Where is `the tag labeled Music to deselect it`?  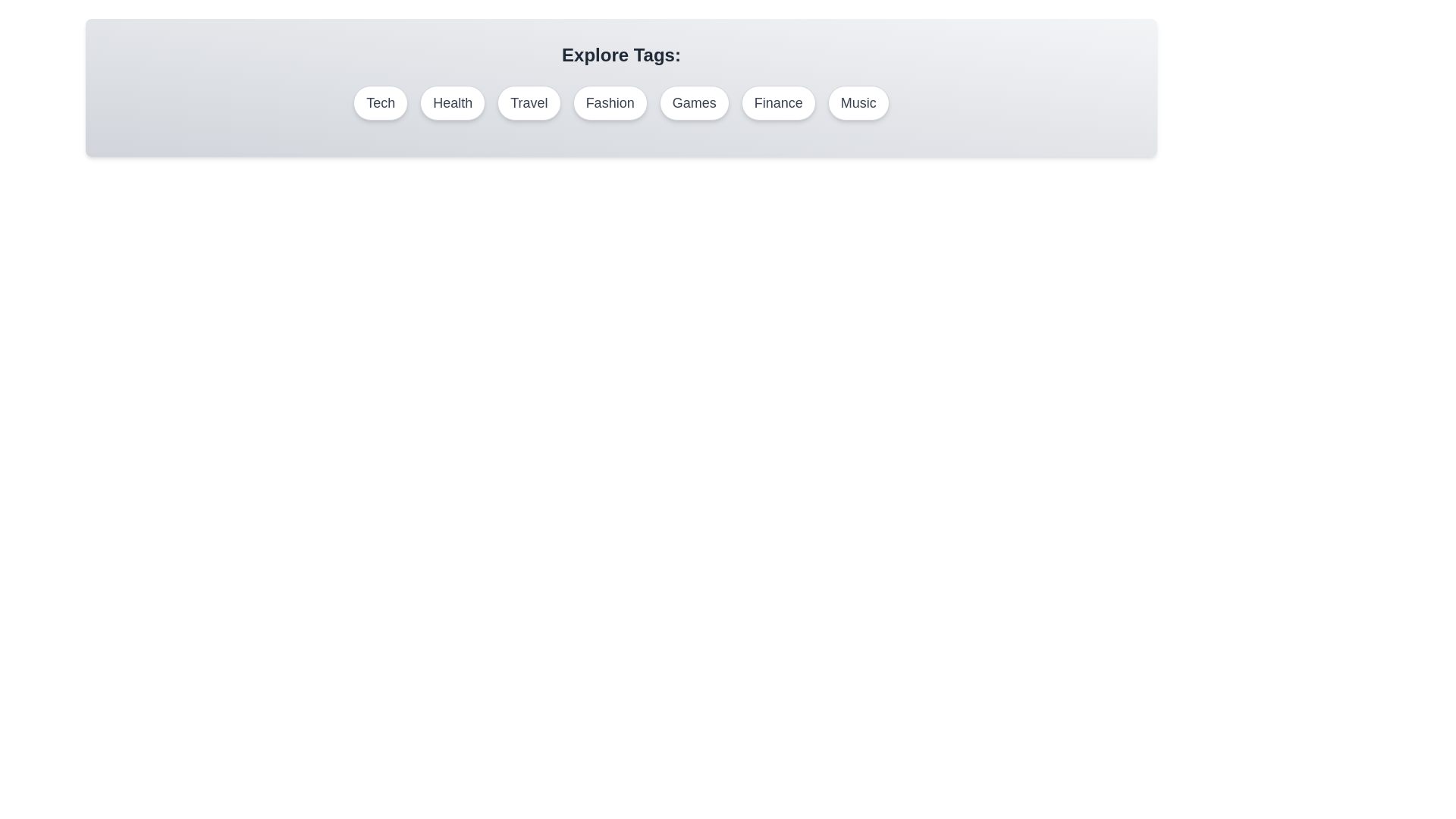 the tag labeled Music to deselect it is located at coordinates (858, 102).